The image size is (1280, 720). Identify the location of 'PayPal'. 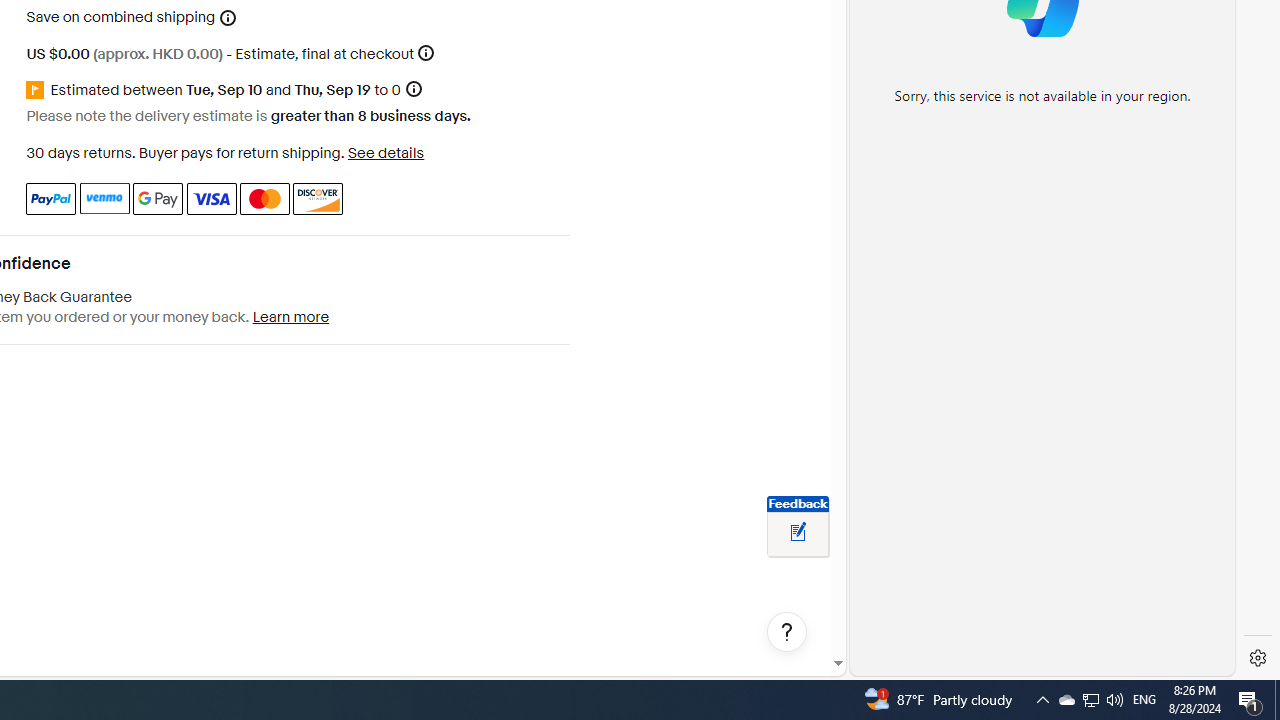
(51, 198).